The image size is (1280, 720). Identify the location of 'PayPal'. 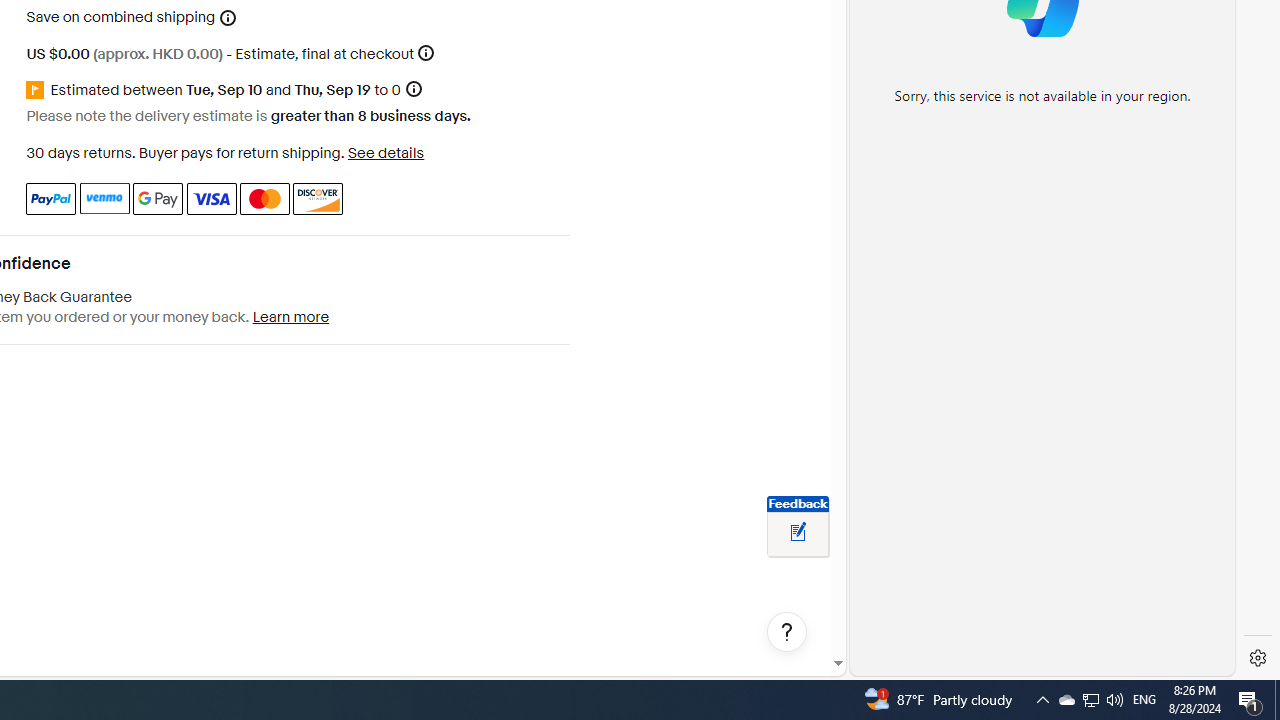
(51, 198).